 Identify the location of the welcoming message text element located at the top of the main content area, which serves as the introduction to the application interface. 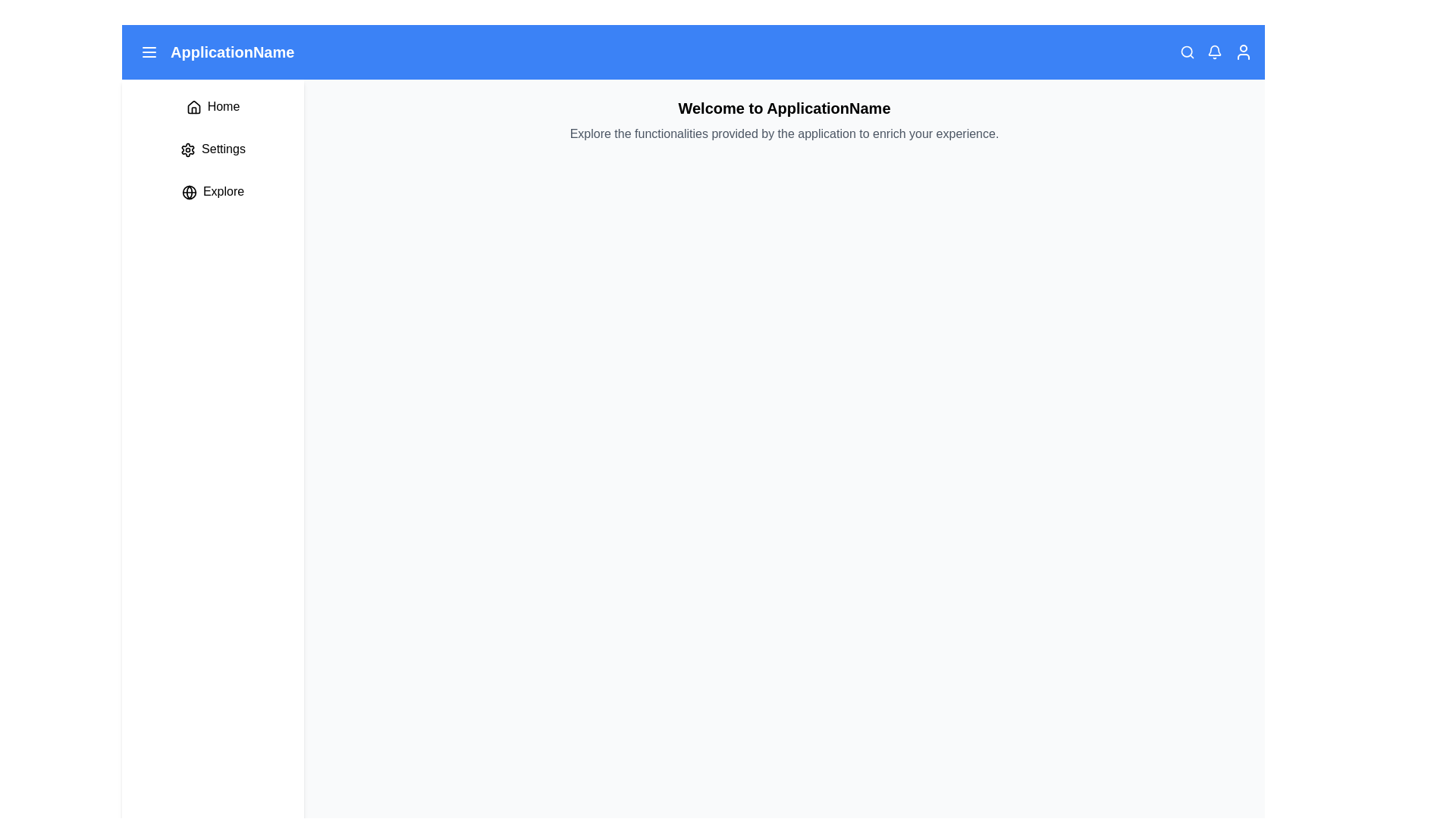
(784, 107).